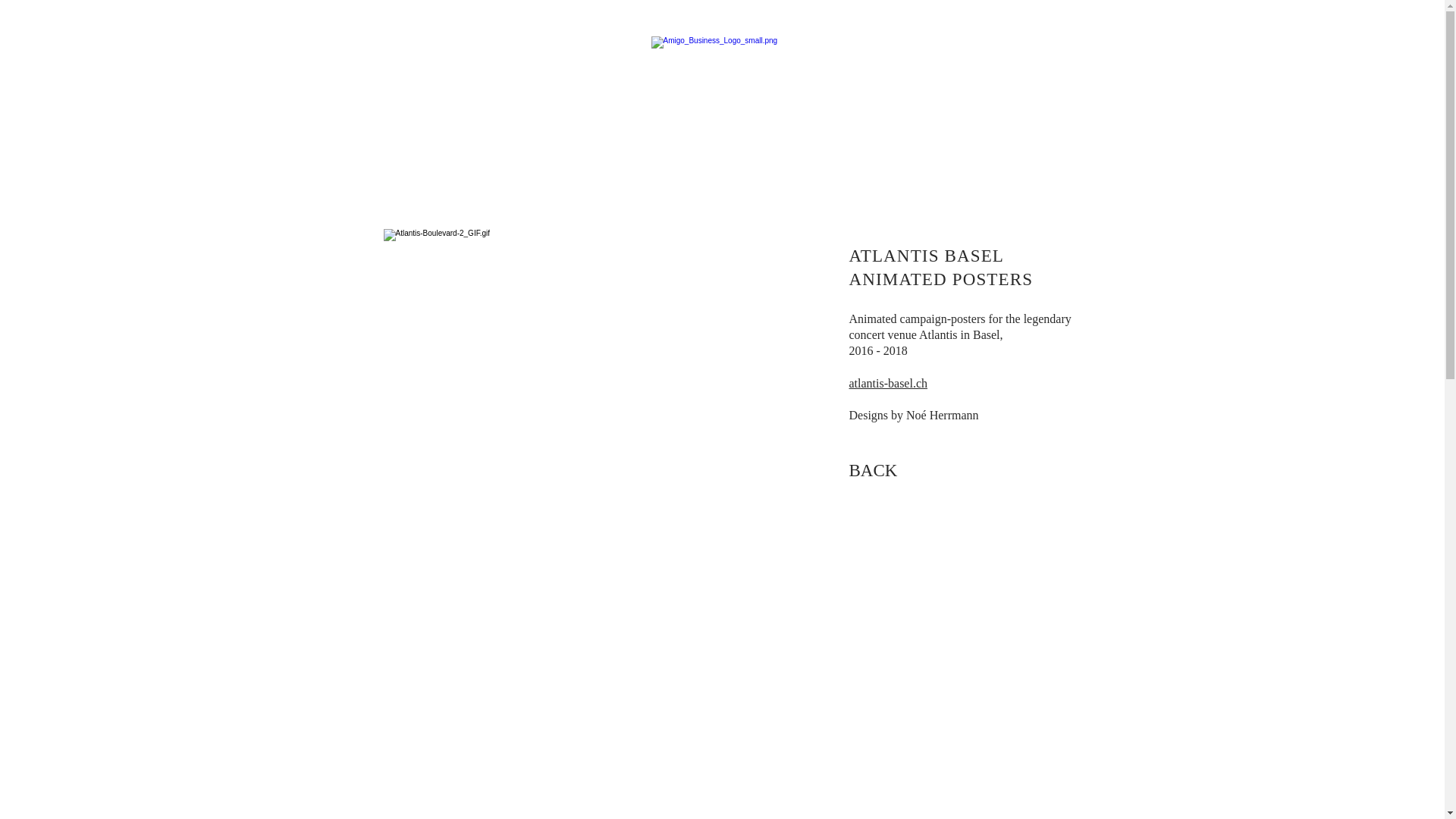 This screenshot has width=1456, height=819. Describe the element at coordinates (888, 383) in the screenshot. I see `'atlantis-basel.ch'` at that location.